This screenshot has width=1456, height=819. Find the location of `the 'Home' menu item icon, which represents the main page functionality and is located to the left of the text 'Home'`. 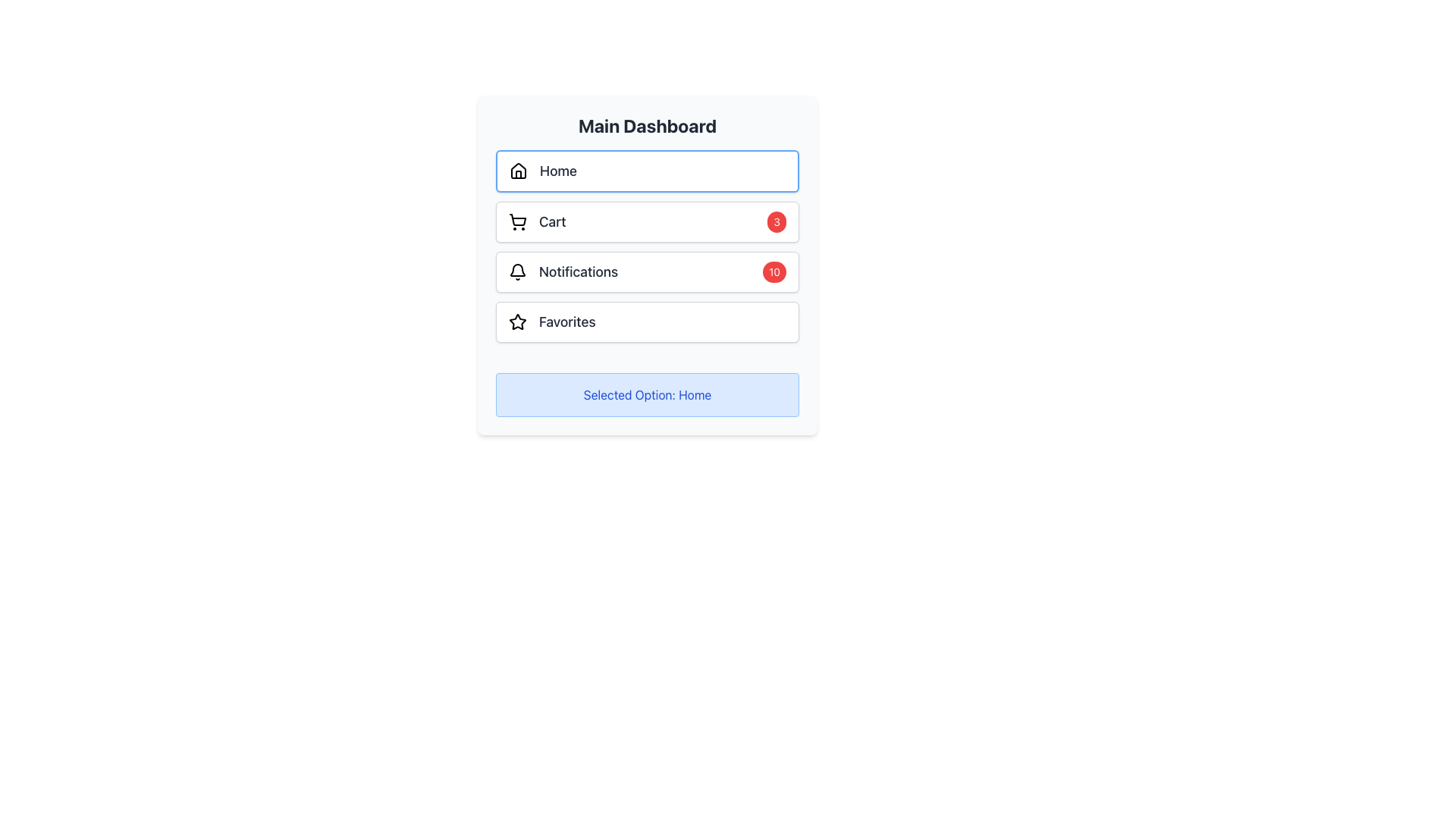

the 'Home' menu item icon, which represents the main page functionality and is located to the left of the text 'Home' is located at coordinates (519, 171).